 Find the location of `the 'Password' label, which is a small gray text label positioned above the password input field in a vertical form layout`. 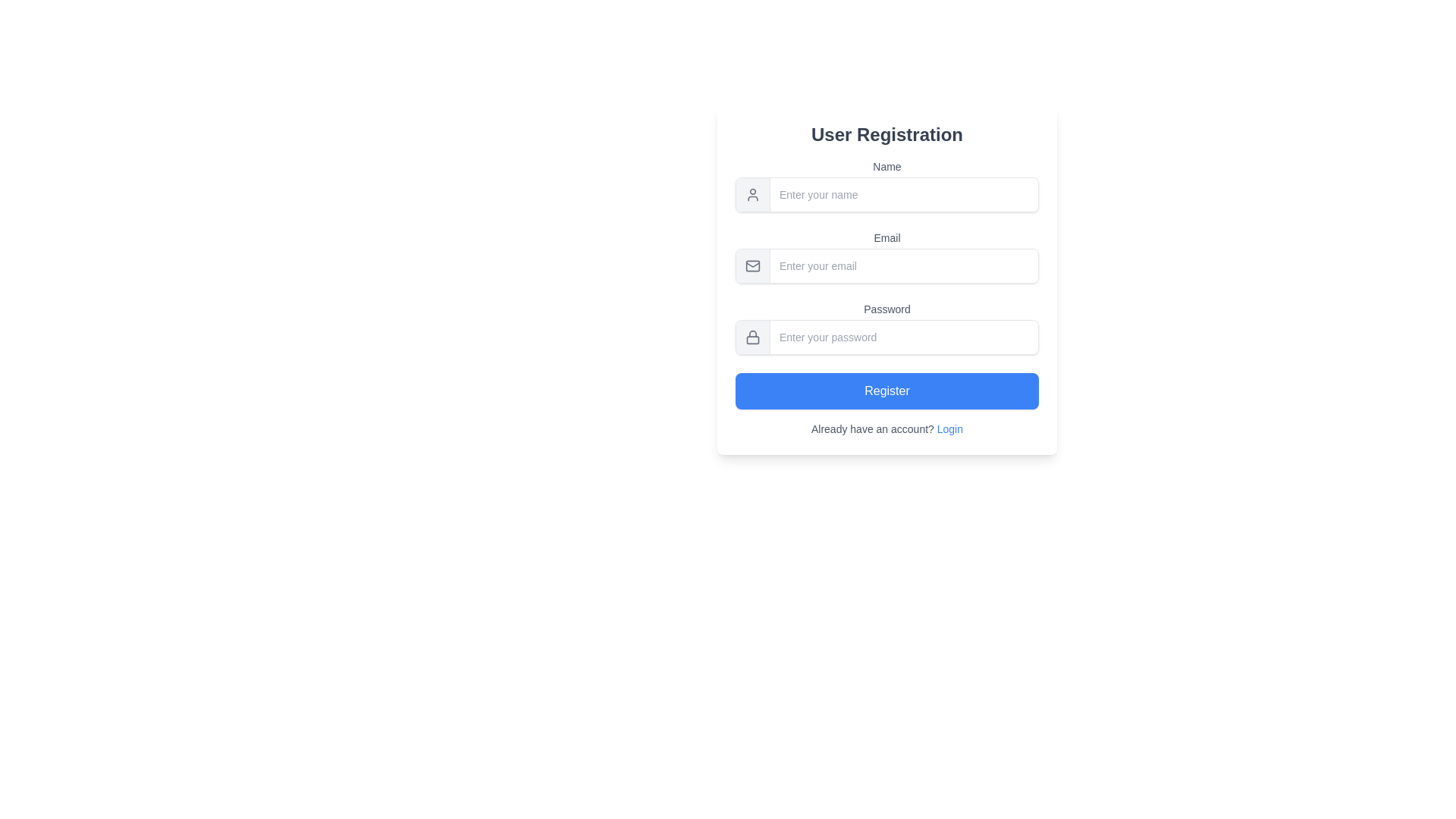

the 'Password' label, which is a small gray text label positioned above the password input field in a vertical form layout is located at coordinates (887, 309).